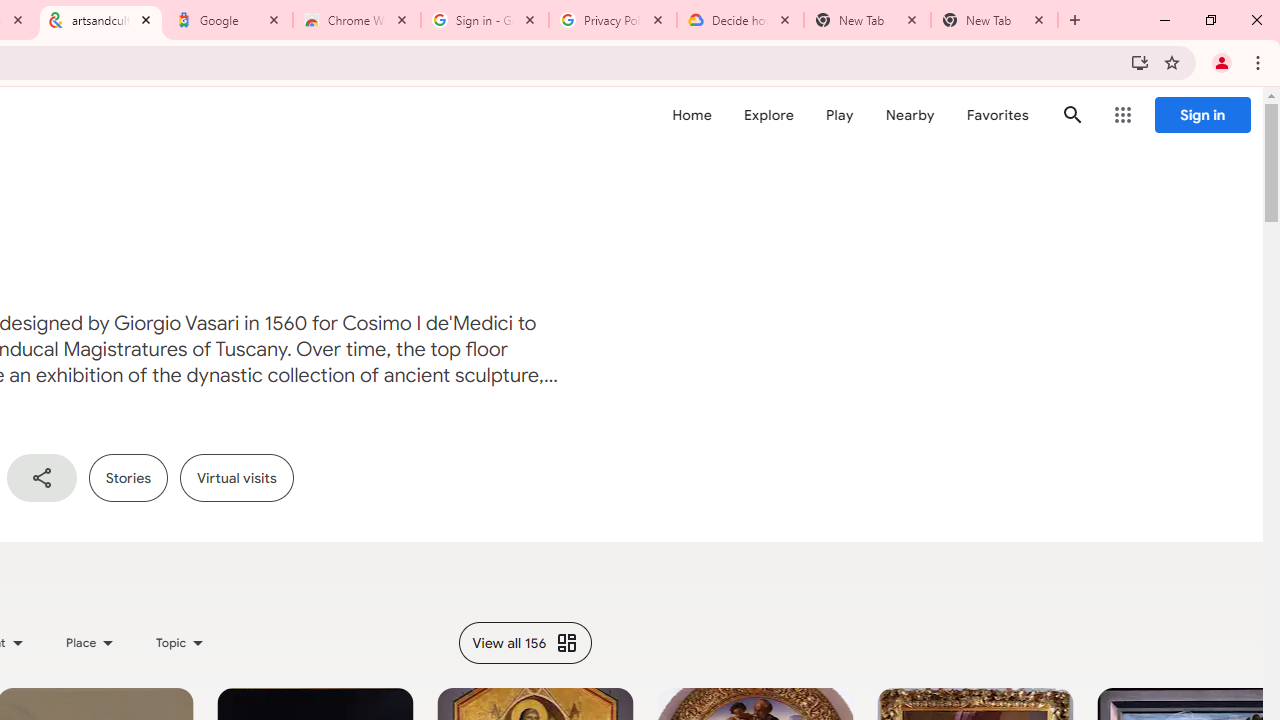 Image resolution: width=1280 pixels, height=720 pixels. Describe the element at coordinates (357, 20) in the screenshot. I see `'Chrome Web Store - Color themes by Chrome'` at that location.